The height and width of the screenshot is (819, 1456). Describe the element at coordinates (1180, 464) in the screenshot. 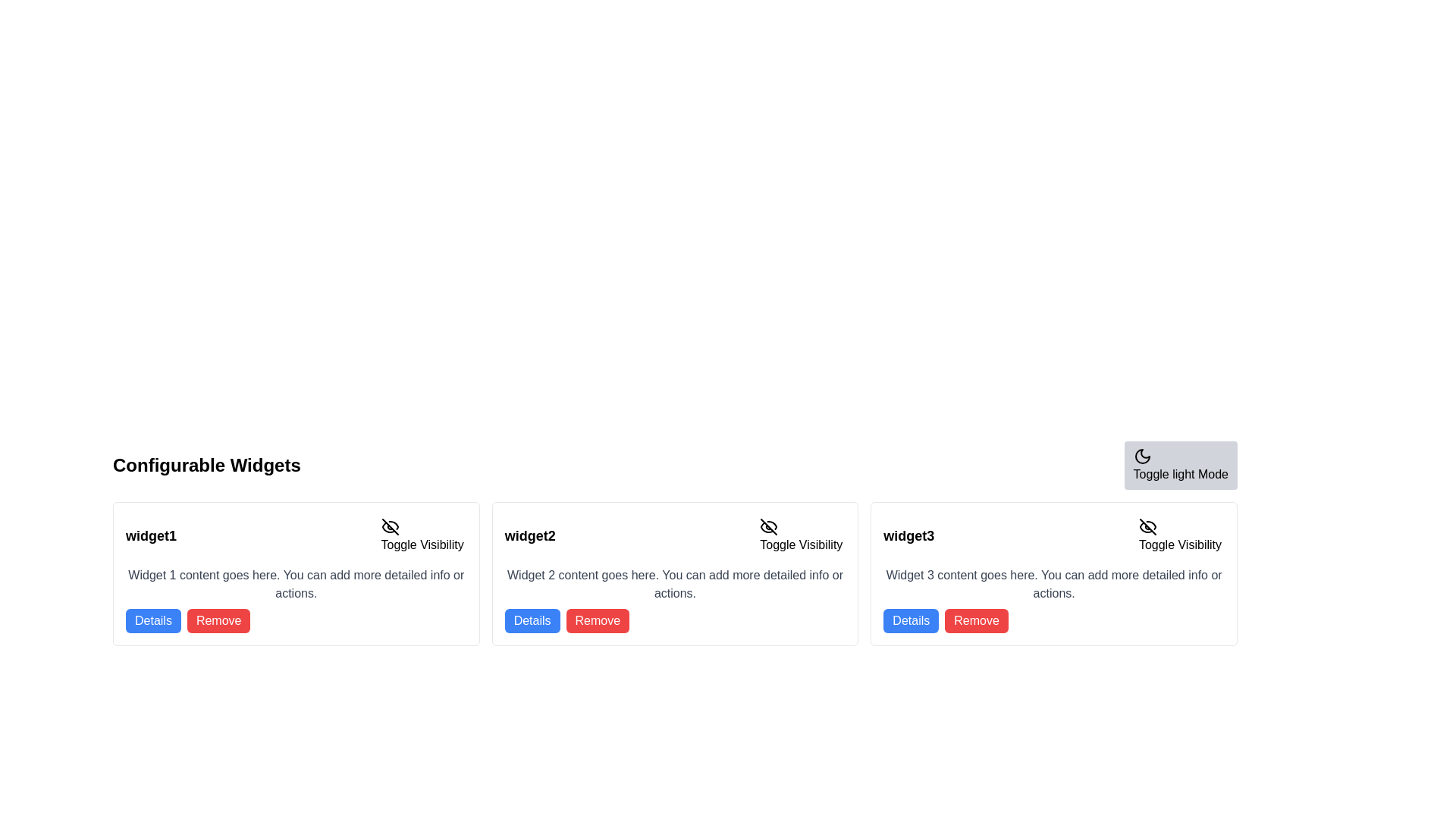

I see `the rectangular button labeled 'Toggle light Mode' with a crescent moon icon, located at the top-right corner of the 'Configurable Widgets' section` at that location.